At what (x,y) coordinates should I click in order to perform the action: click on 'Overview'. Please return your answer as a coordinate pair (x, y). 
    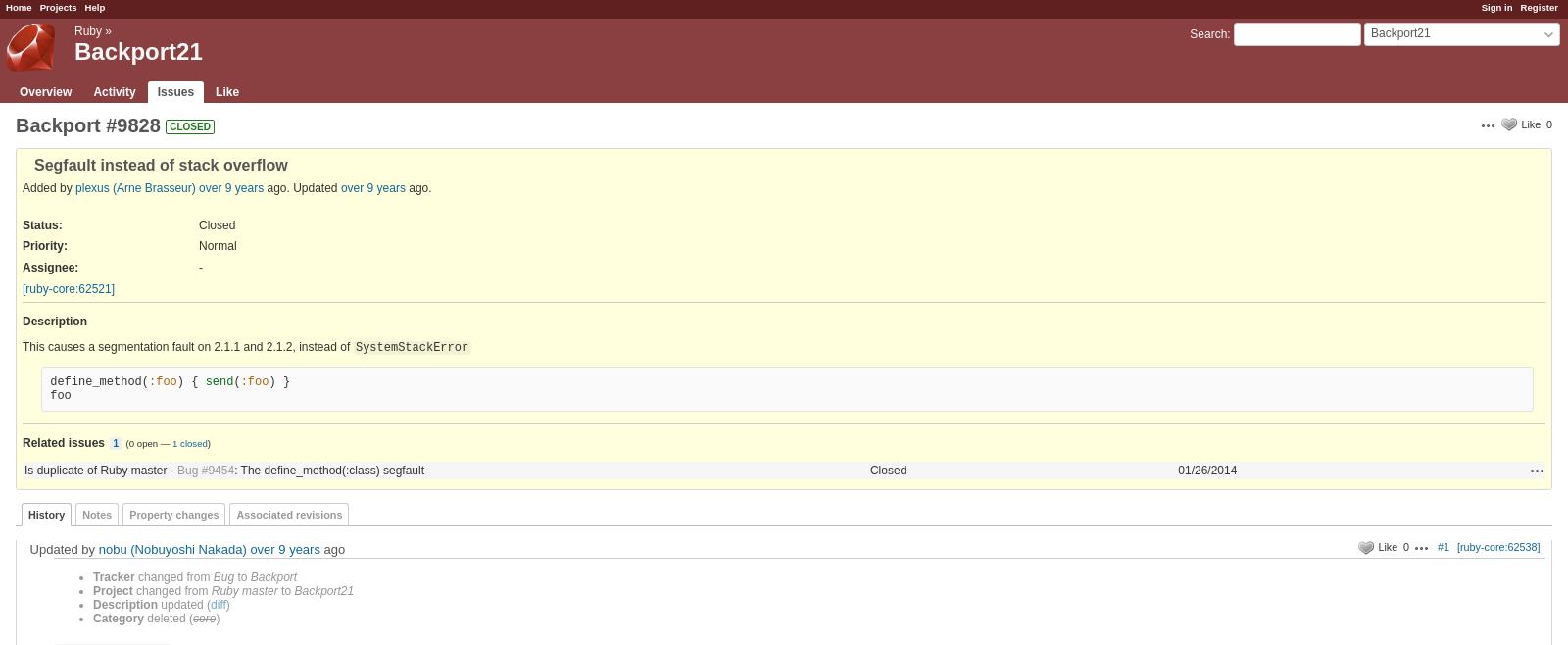
    Looking at the image, I should click on (44, 89).